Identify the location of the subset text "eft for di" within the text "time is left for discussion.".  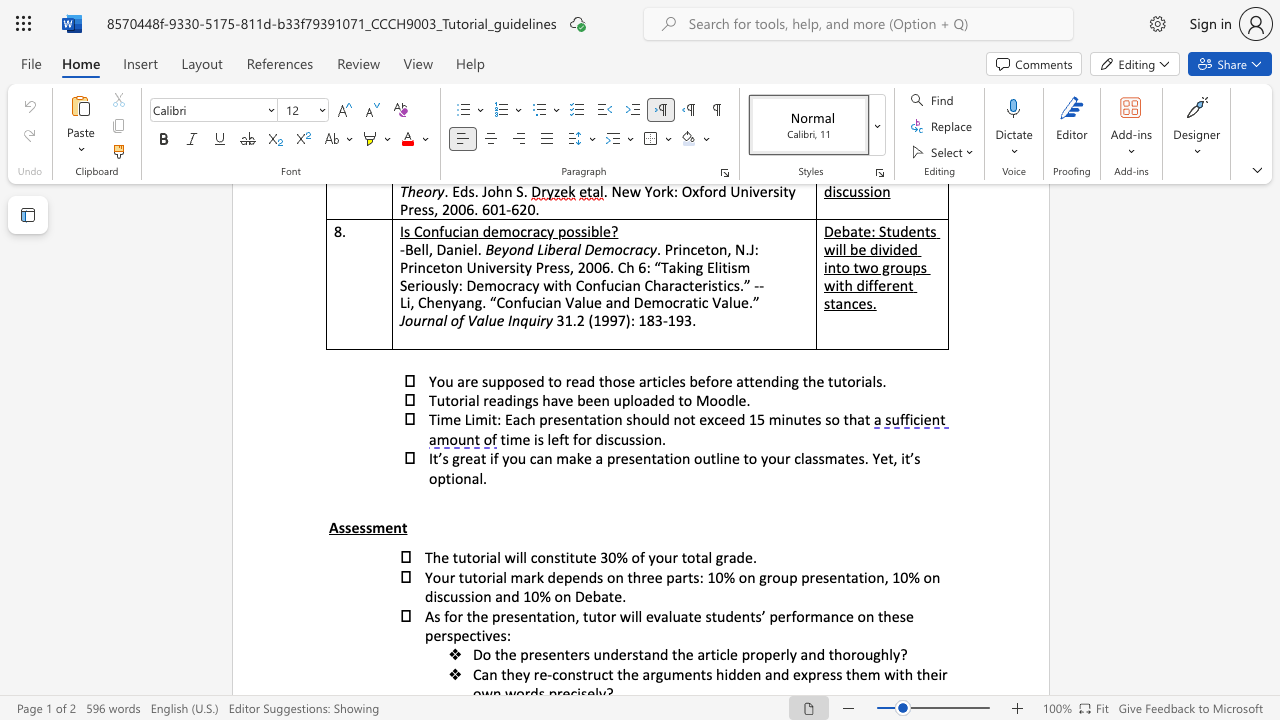
(551, 438).